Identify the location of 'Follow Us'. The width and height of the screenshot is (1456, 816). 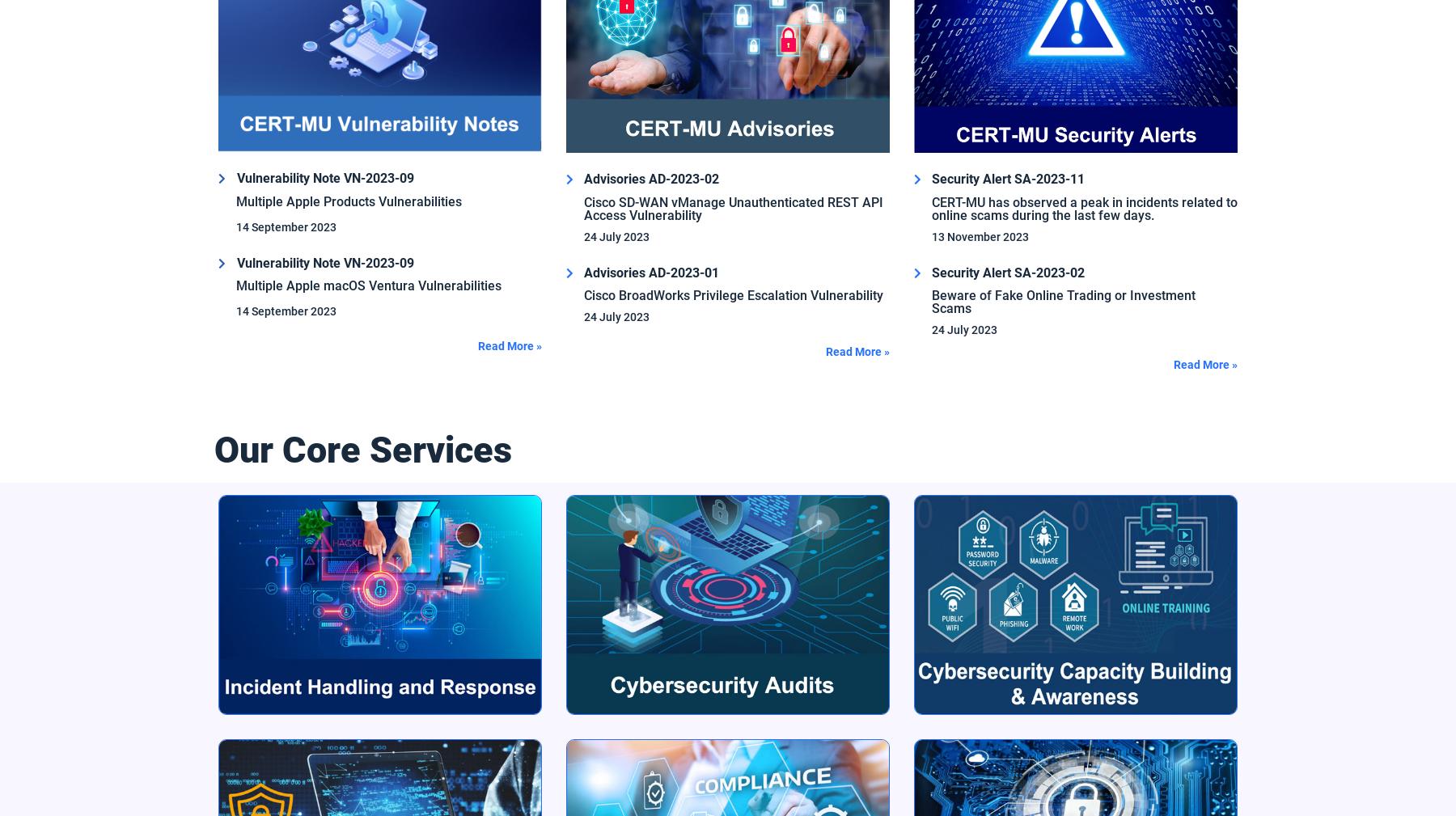
(240, 531).